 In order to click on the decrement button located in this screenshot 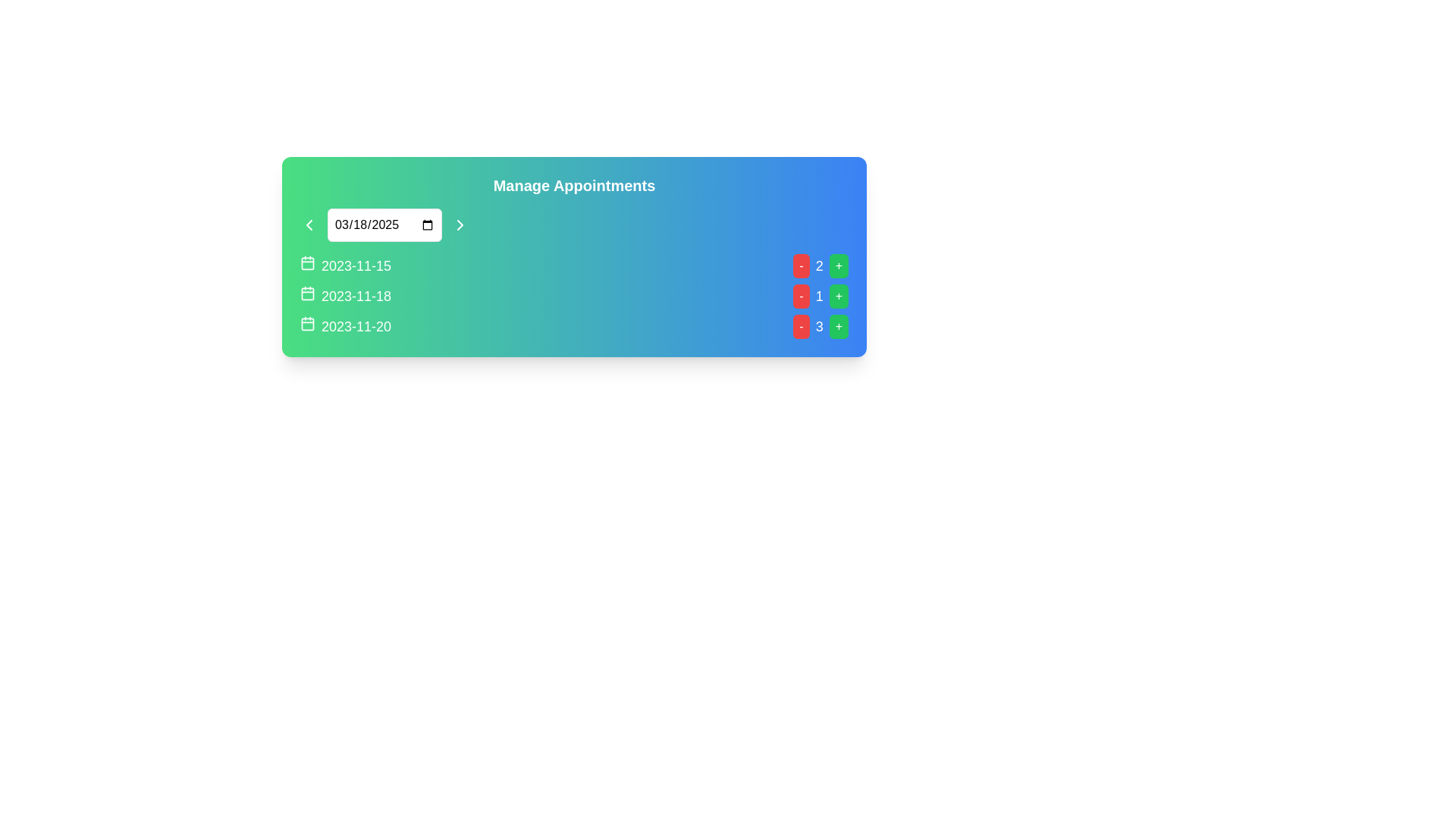, I will do `click(800, 296)`.